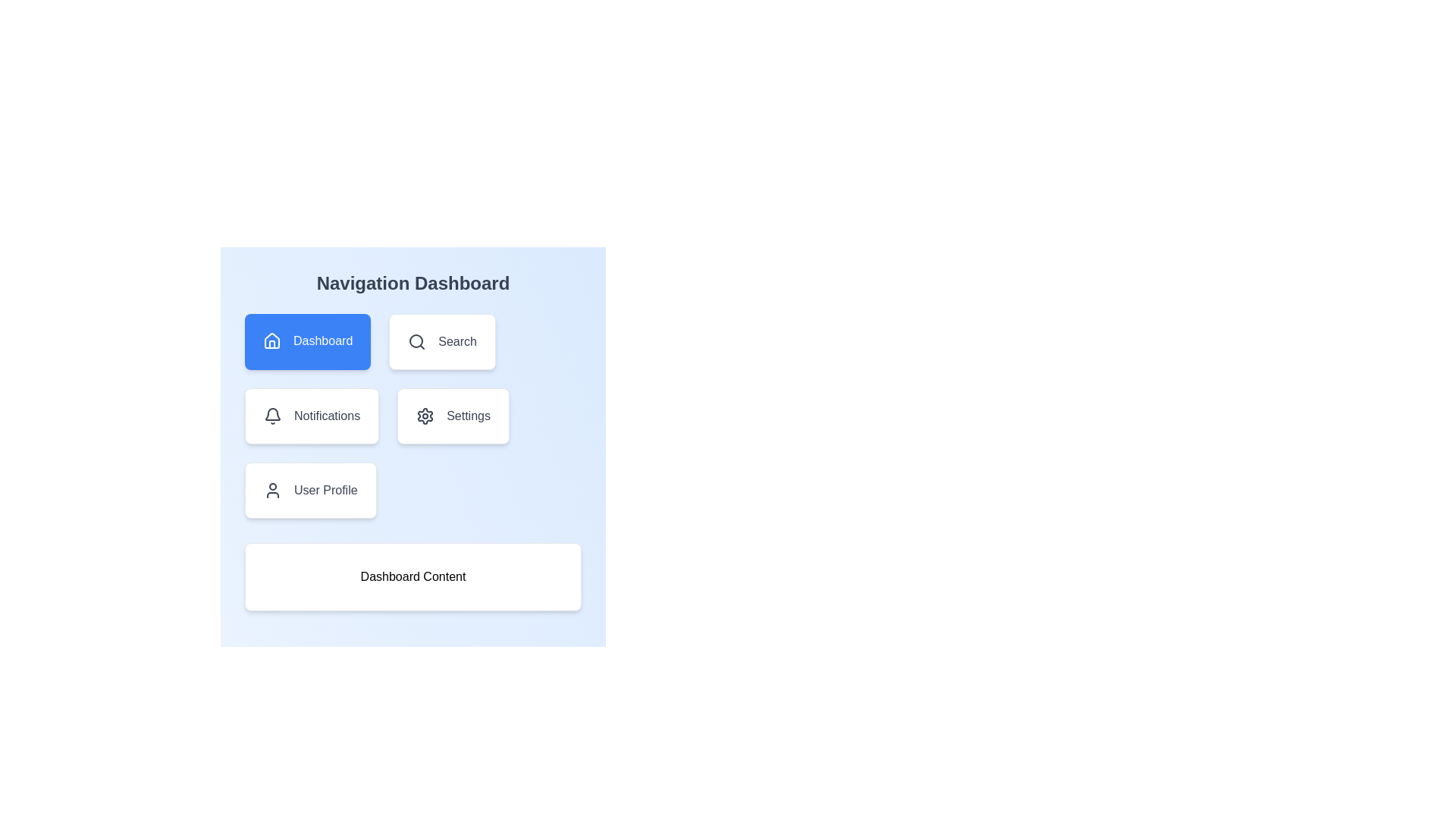 This screenshot has width=1456, height=819. I want to click on door section of the house icon in the navigation dashboard by using developer tools, so click(272, 344).